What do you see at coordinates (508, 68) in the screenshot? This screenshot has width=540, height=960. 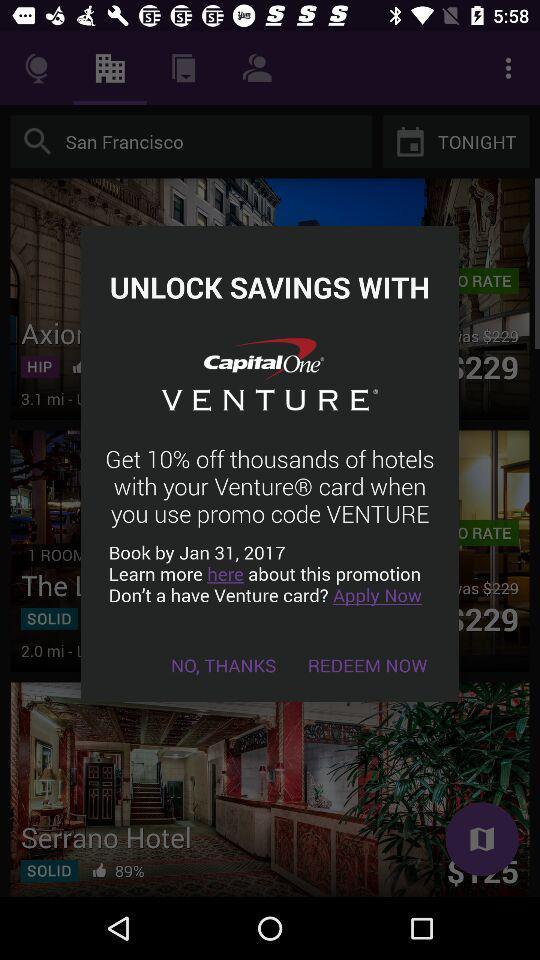 I see `the 3 dot vertical symbol more option` at bounding box center [508, 68].